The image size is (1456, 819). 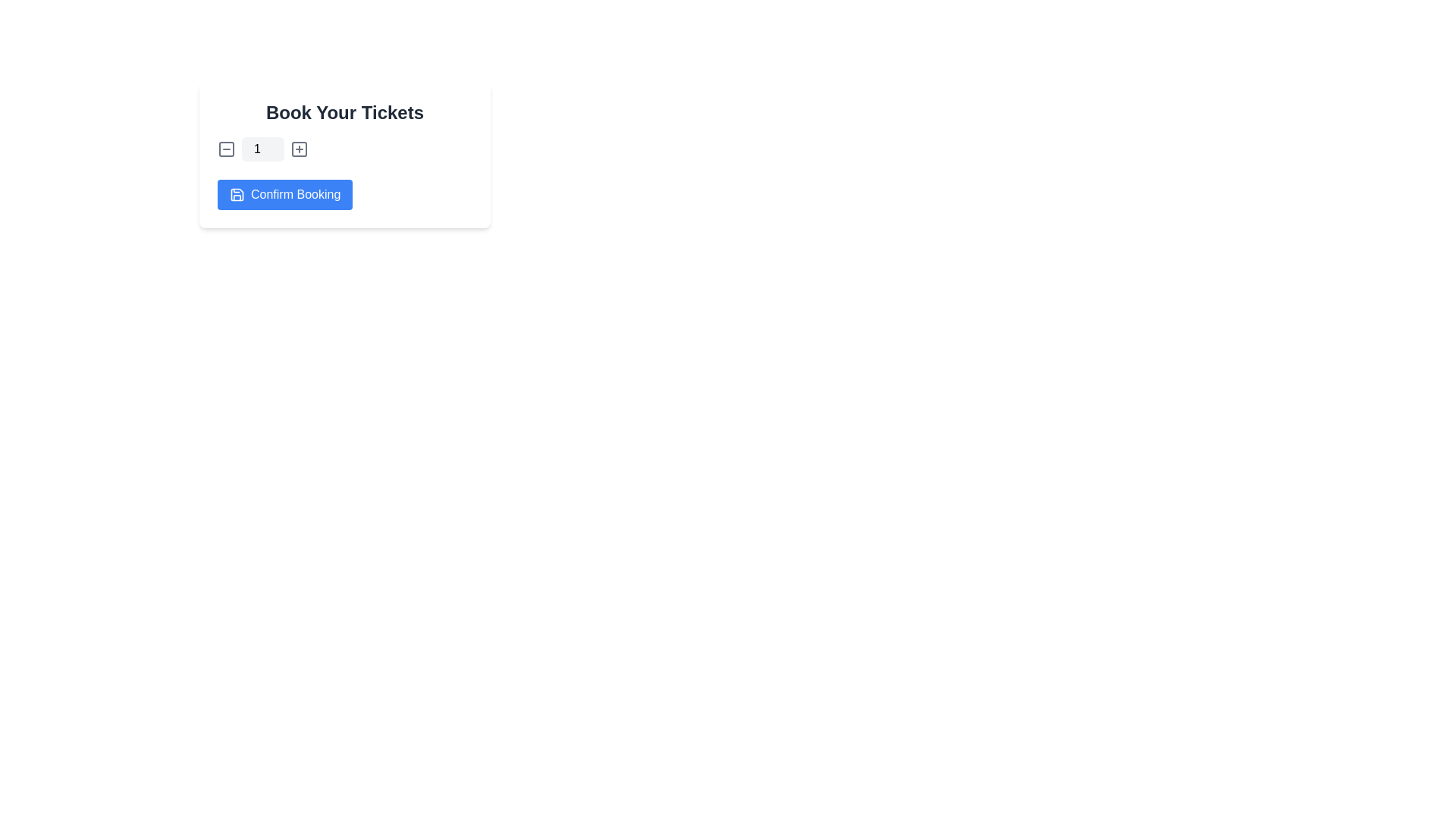 What do you see at coordinates (236, 194) in the screenshot?
I see `the 'Confirm Booking' button icon located centrally in the lower section of the 'Book Your Tickets' card for interactive feedback` at bounding box center [236, 194].